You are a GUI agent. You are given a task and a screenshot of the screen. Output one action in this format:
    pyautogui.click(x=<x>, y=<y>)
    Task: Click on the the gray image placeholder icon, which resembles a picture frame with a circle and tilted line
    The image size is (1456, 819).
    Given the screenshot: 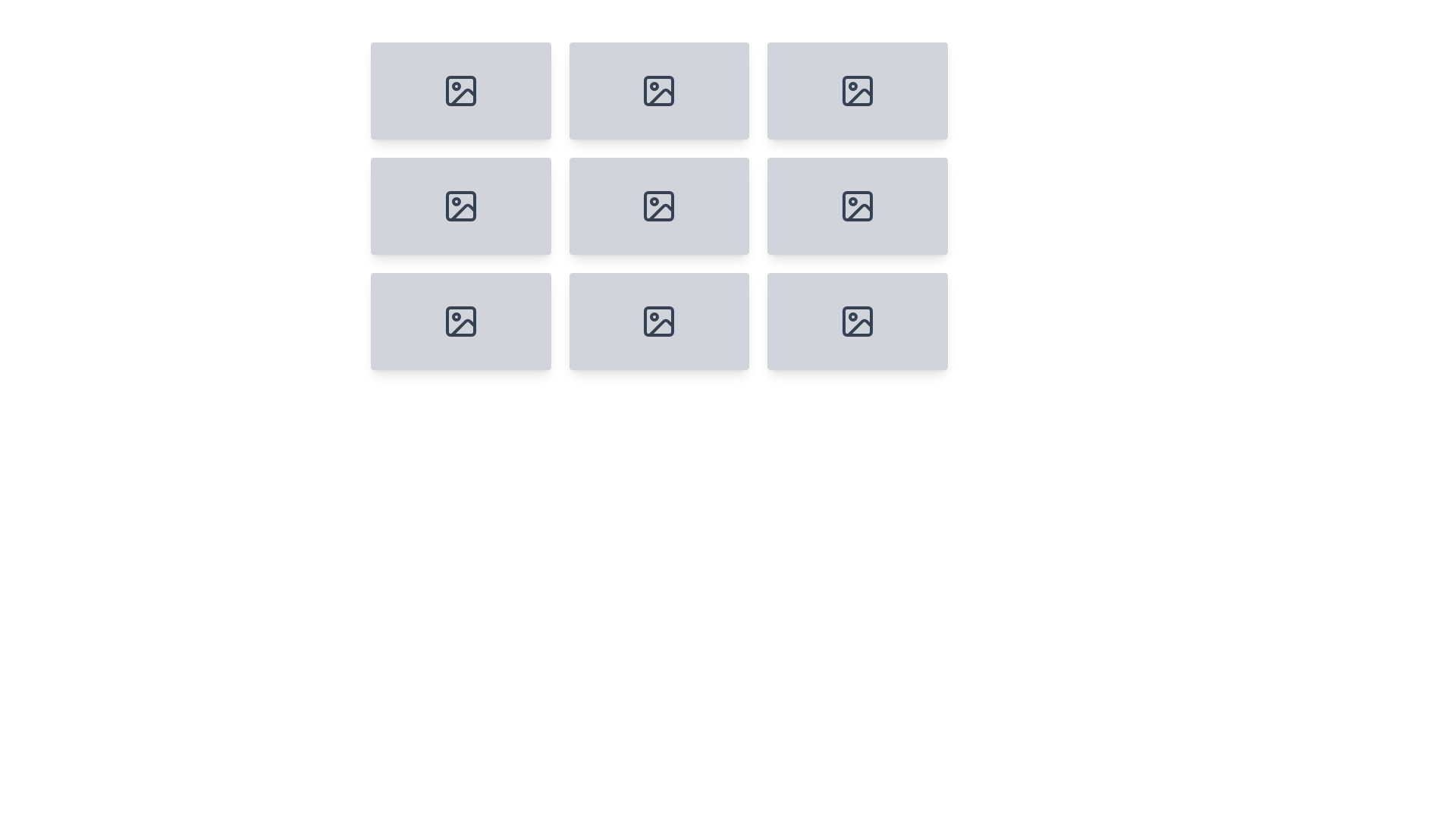 What is the action you would take?
    pyautogui.click(x=460, y=321)
    